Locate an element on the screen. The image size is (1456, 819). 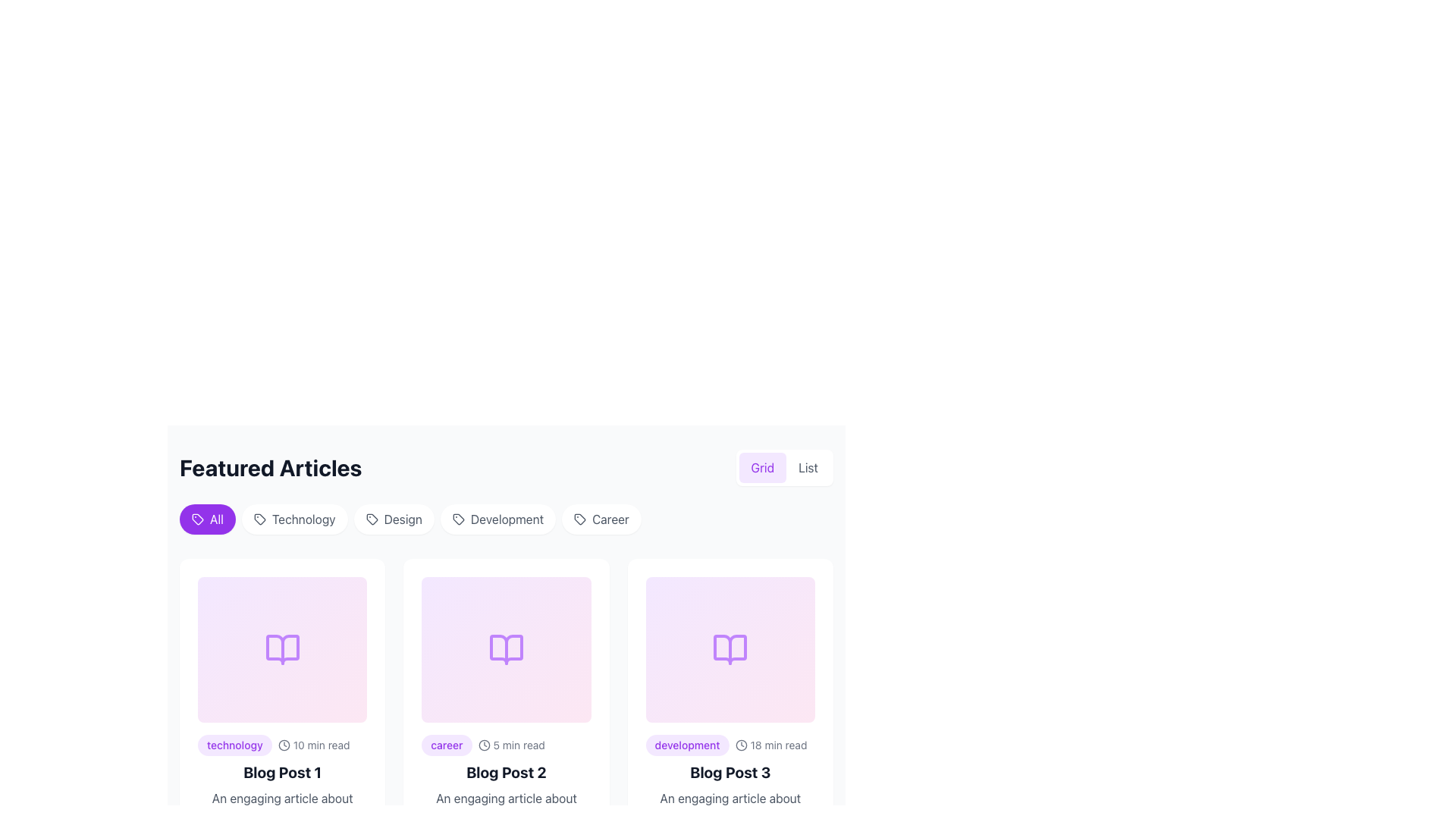
the tag icon located inside the 'All' button, which is part of the button group is located at coordinates (196, 519).